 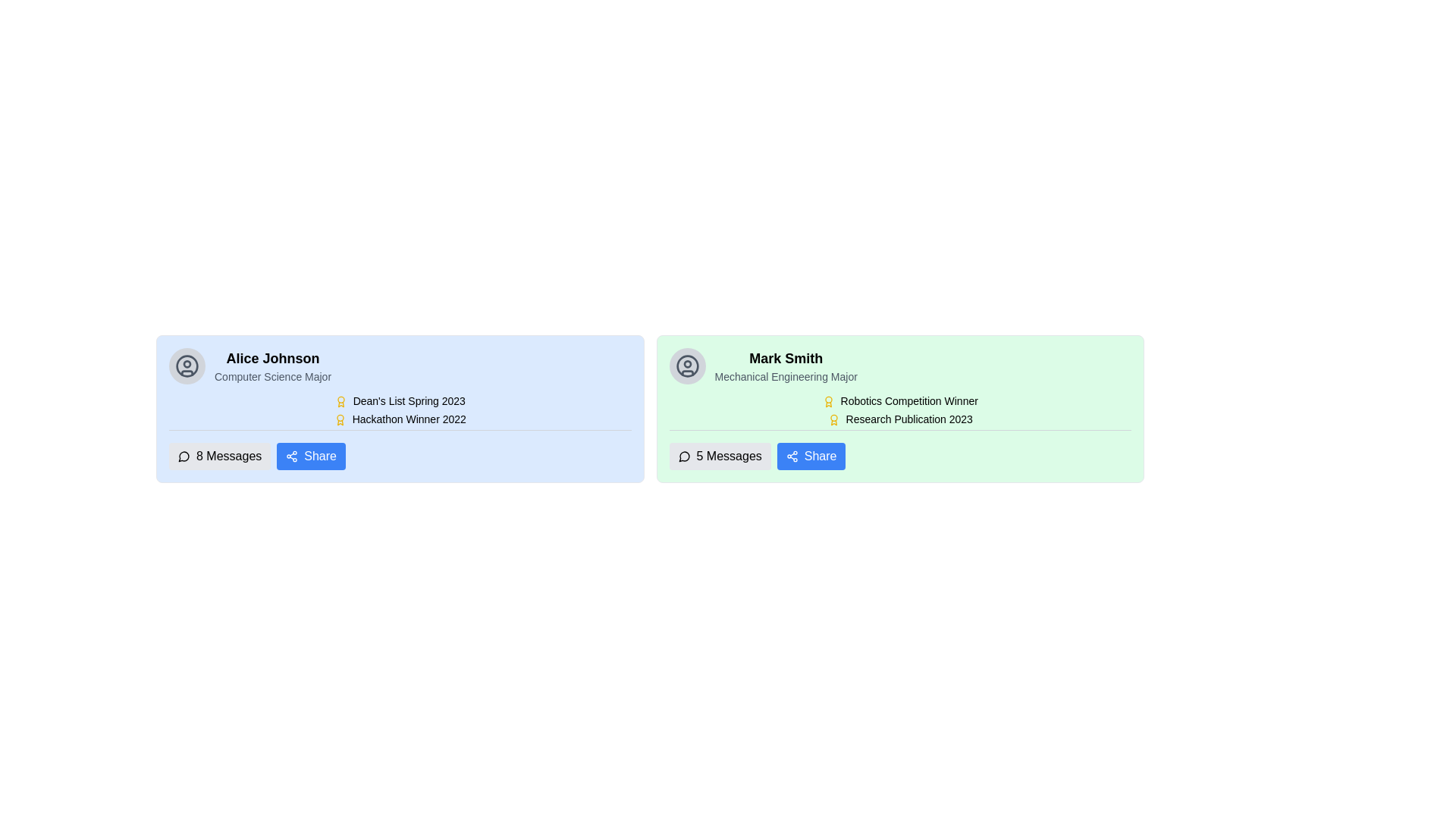 I want to click on the avatar icon for 'Alice Johnson', which serves as a visual placeholder for the user's profile, so click(x=186, y=366).